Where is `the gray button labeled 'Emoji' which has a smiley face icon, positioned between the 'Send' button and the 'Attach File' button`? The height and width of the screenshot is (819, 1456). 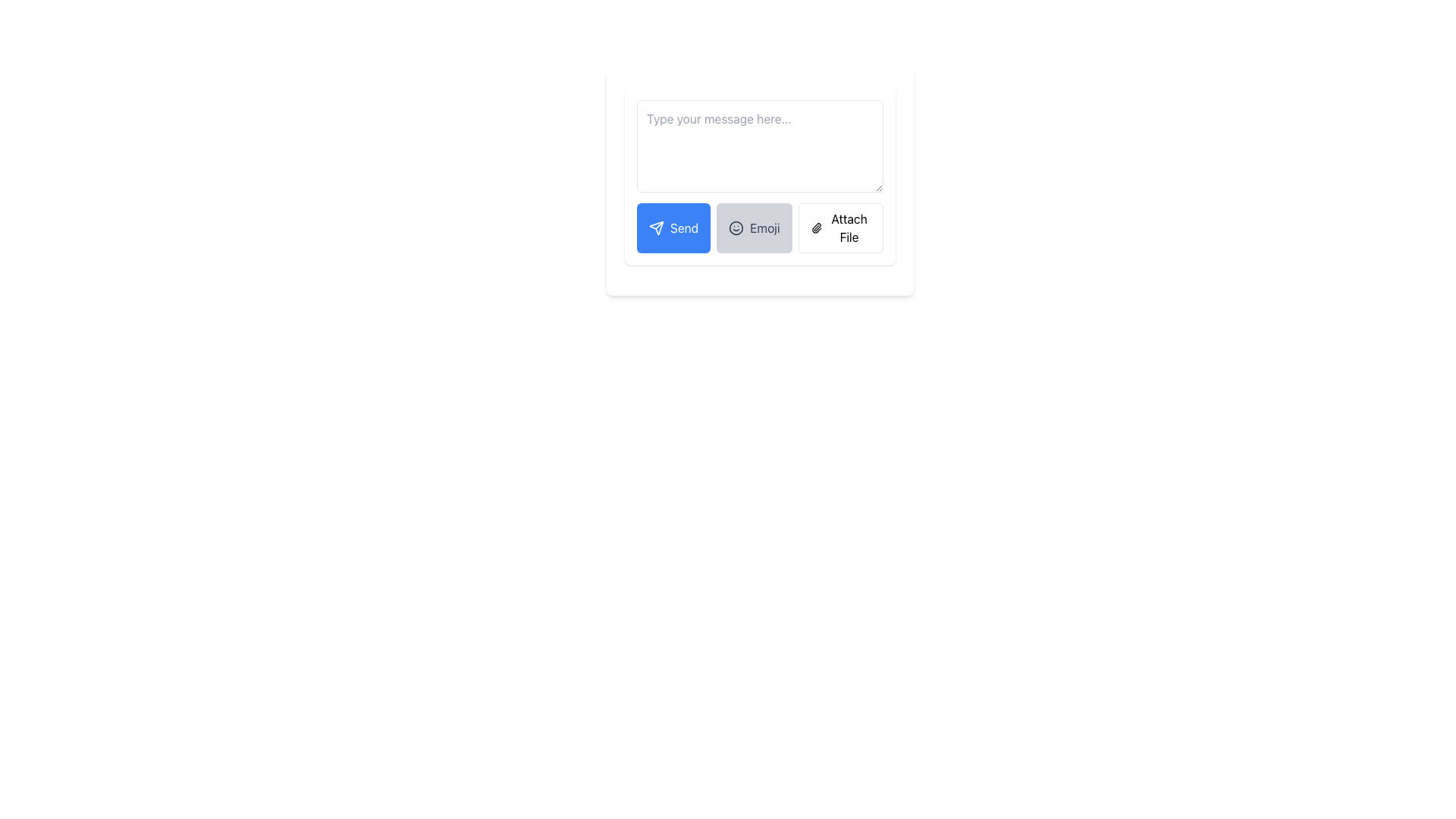 the gray button labeled 'Emoji' which has a smiley face icon, positioned between the 'Send' button and the 'Attach File' button is located at coordinates (754, 227).